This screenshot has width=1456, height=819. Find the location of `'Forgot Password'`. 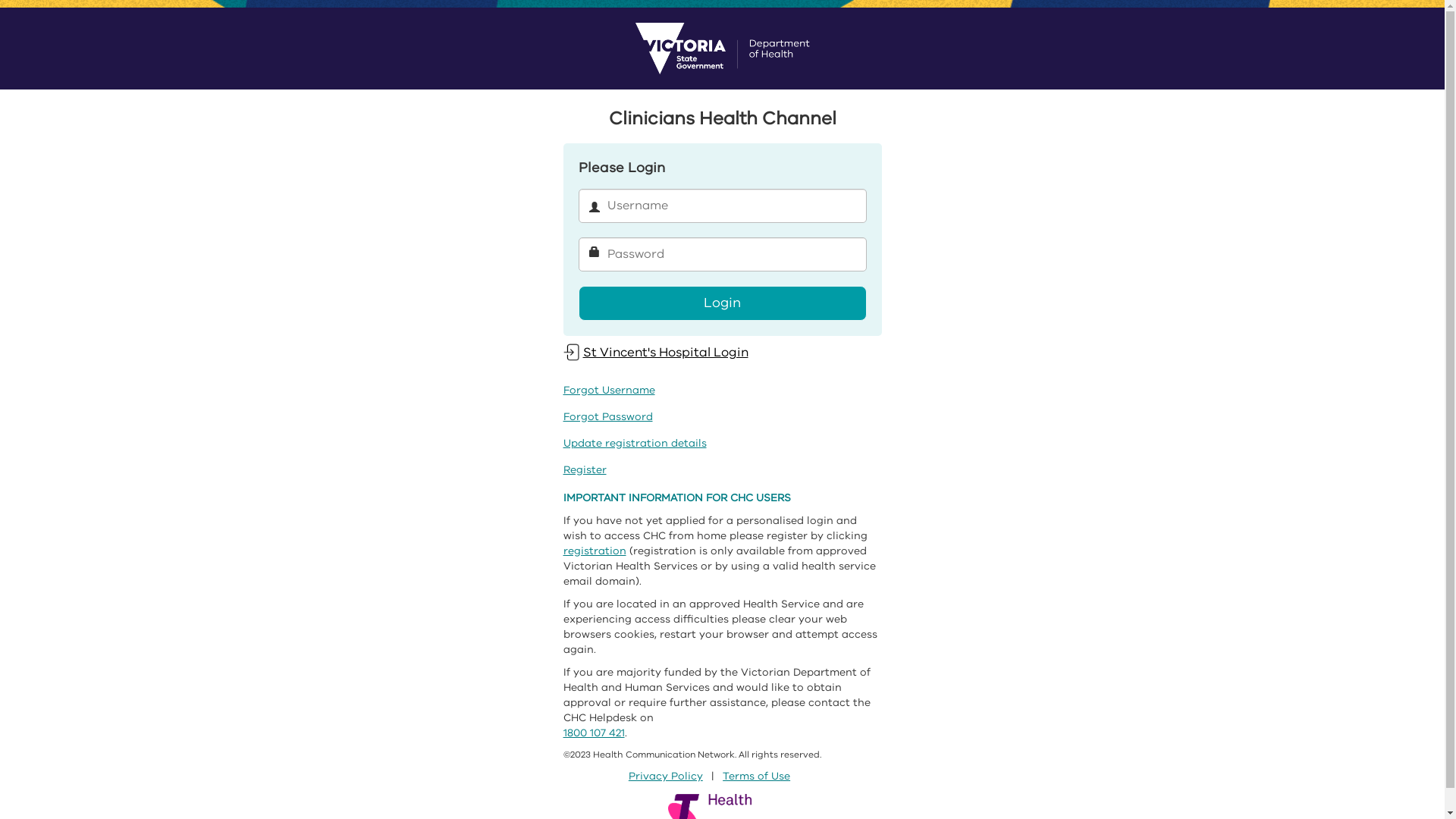

'Forgot Password' is located at coordinates (607, 416).